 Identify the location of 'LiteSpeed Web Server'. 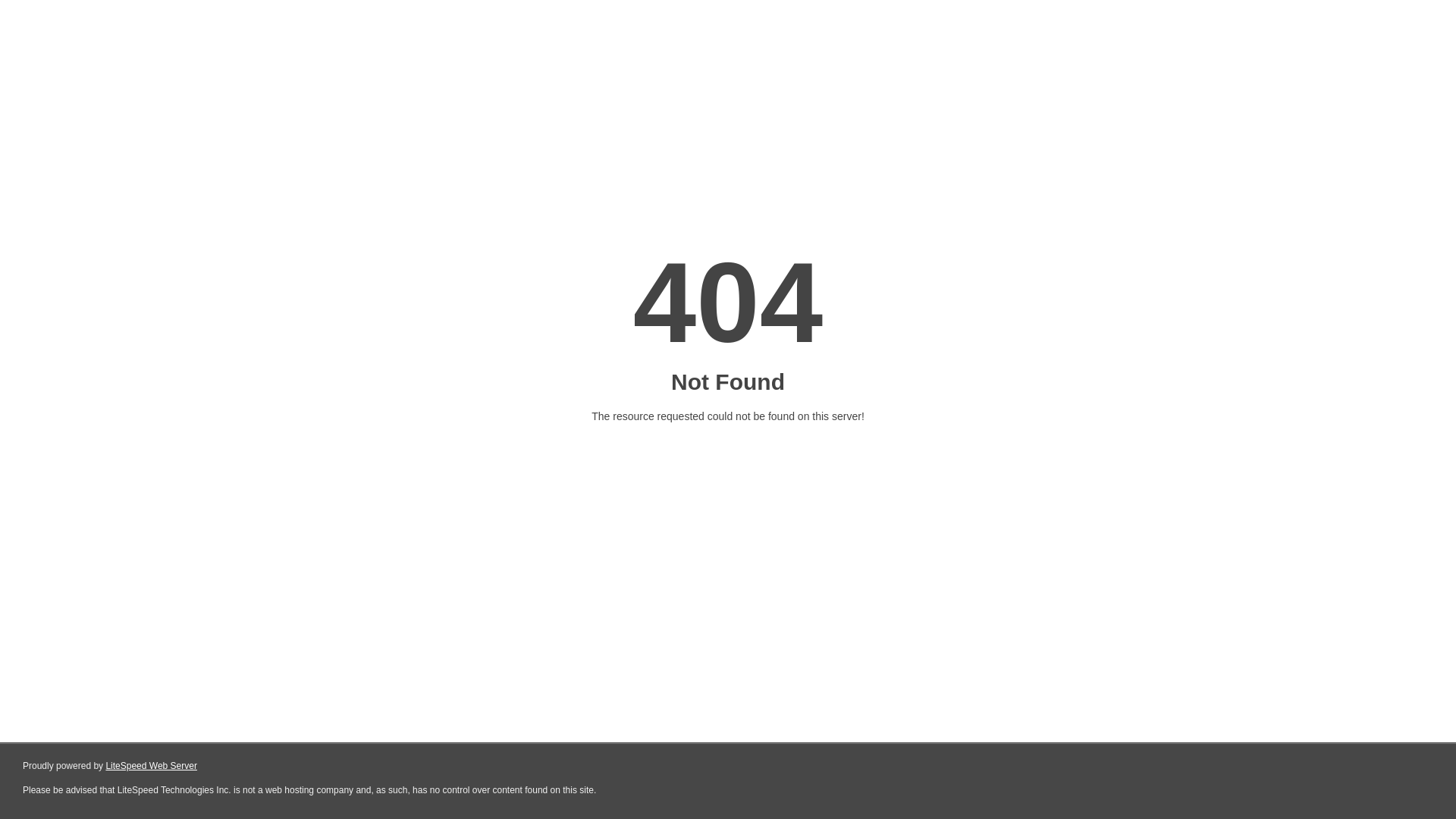
(151, 766).